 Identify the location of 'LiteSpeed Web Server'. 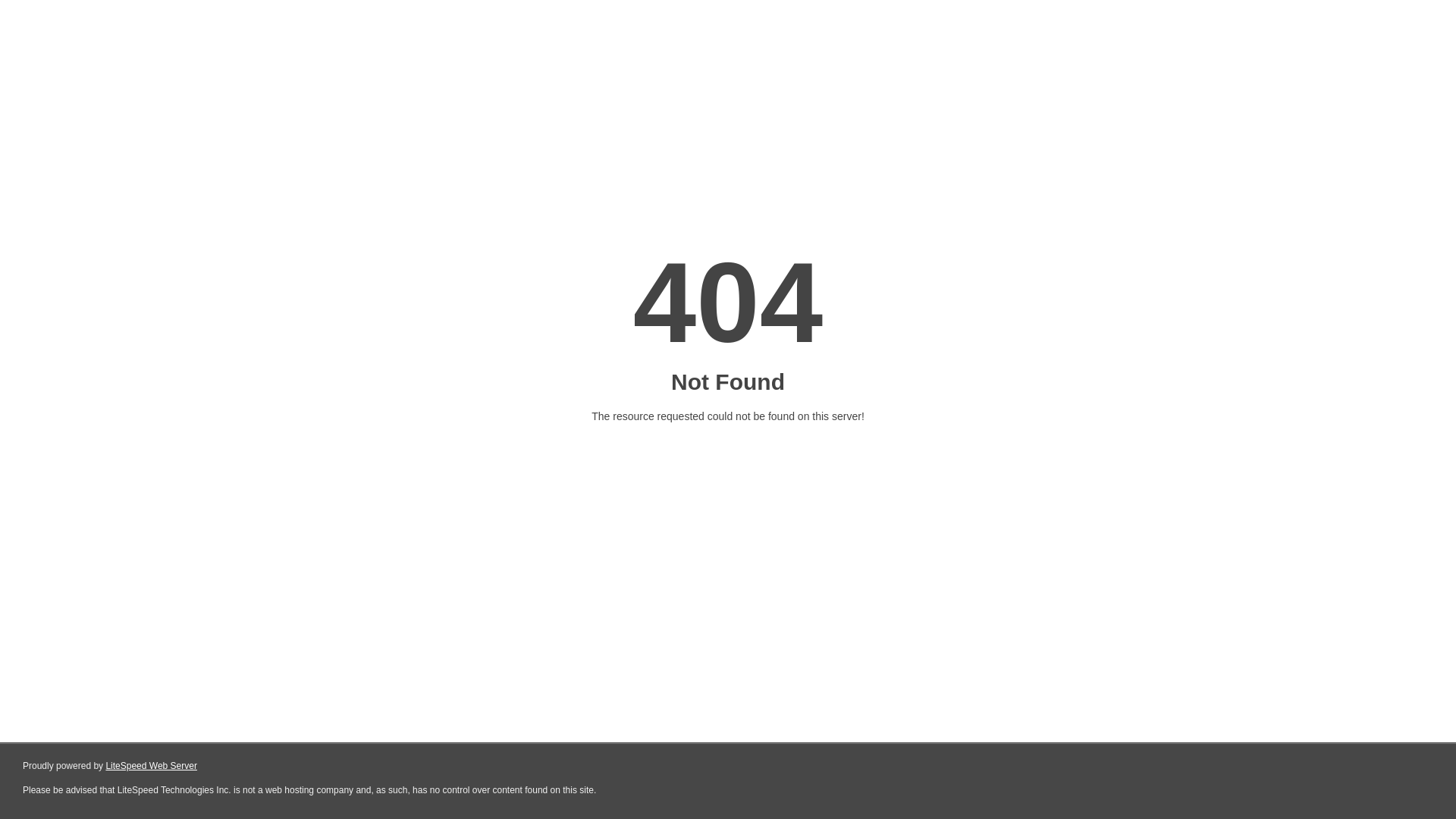
(151, 766).